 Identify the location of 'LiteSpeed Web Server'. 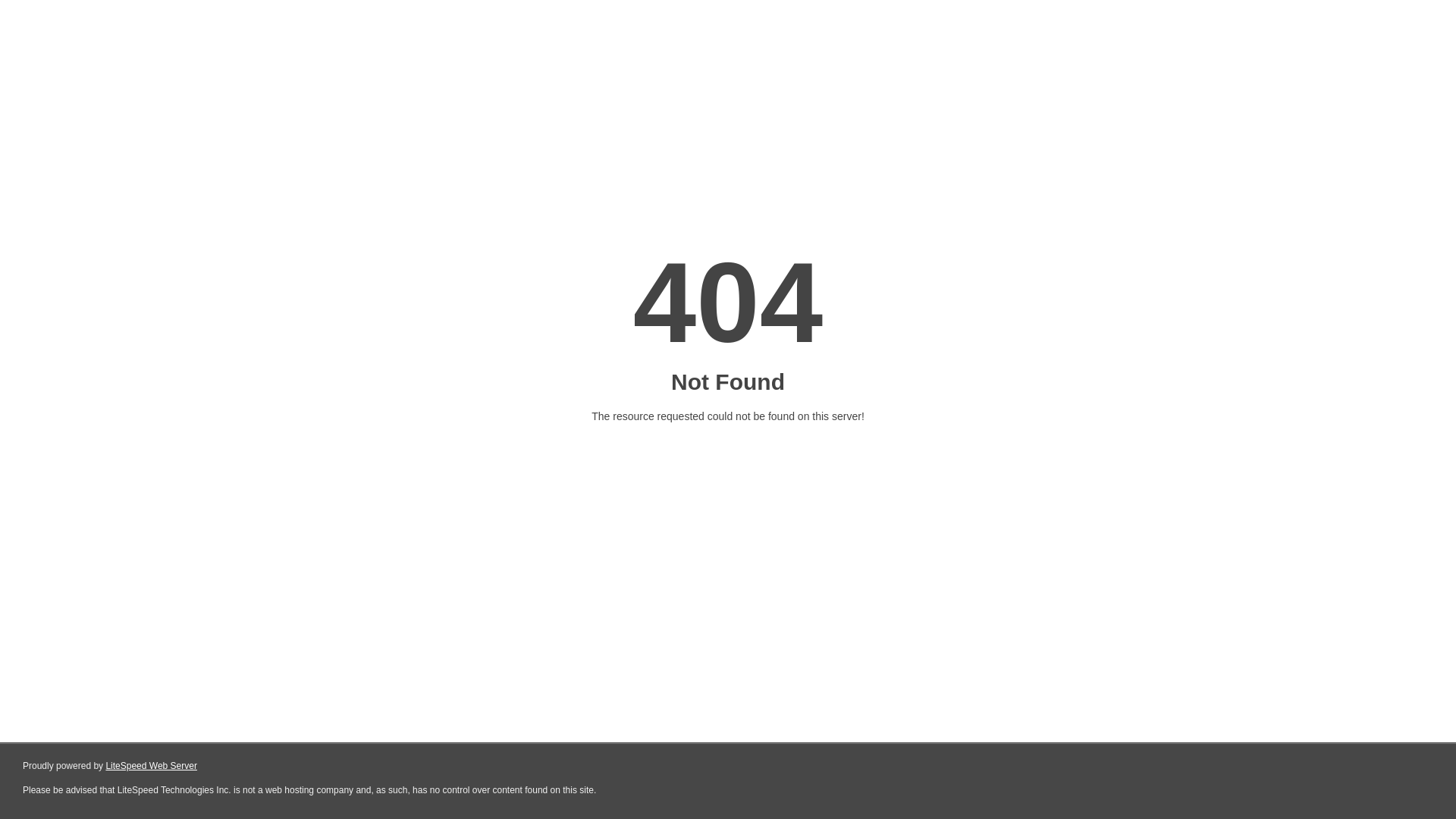
(151, 766).